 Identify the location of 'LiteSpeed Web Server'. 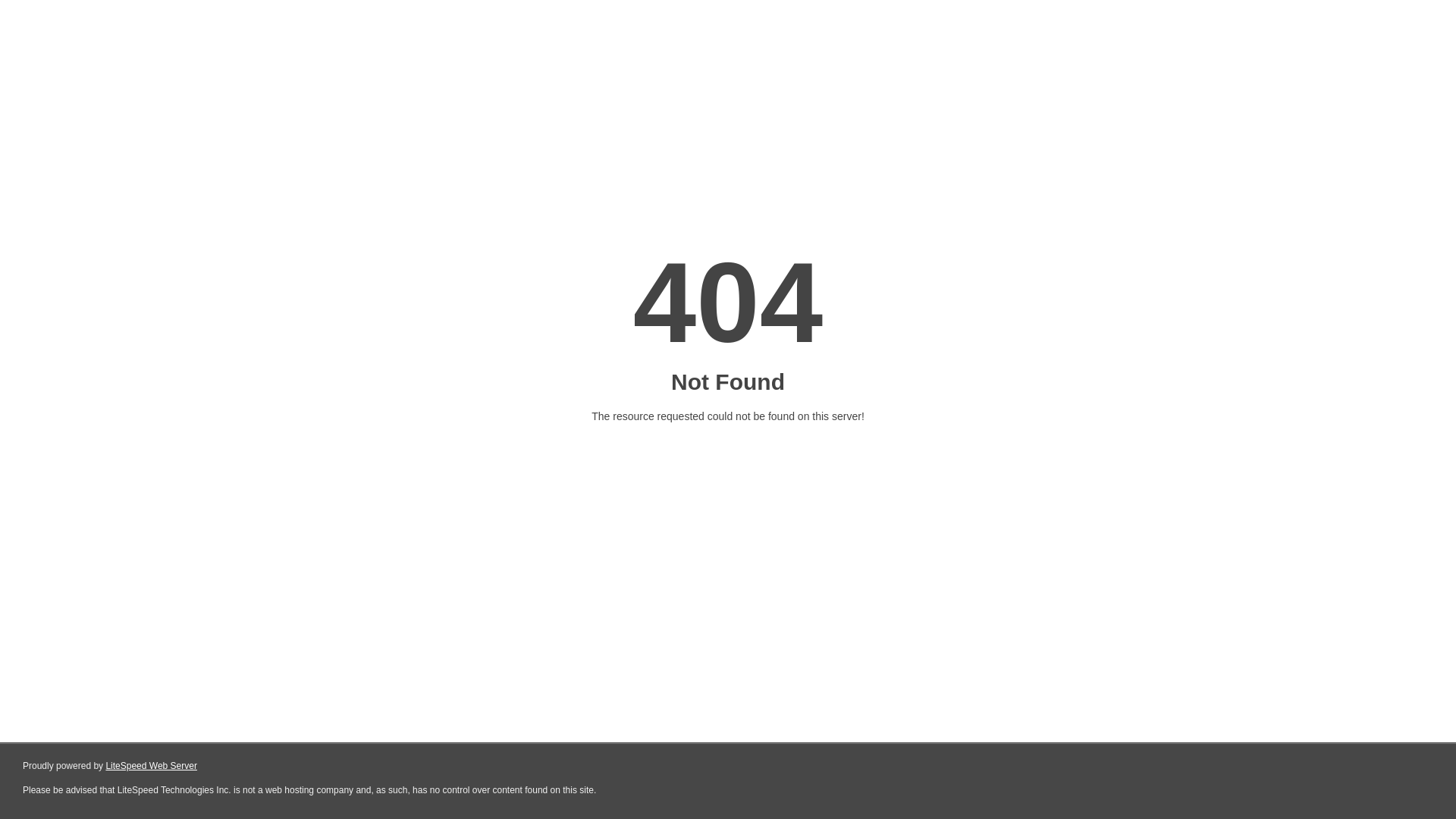
(151, 766).